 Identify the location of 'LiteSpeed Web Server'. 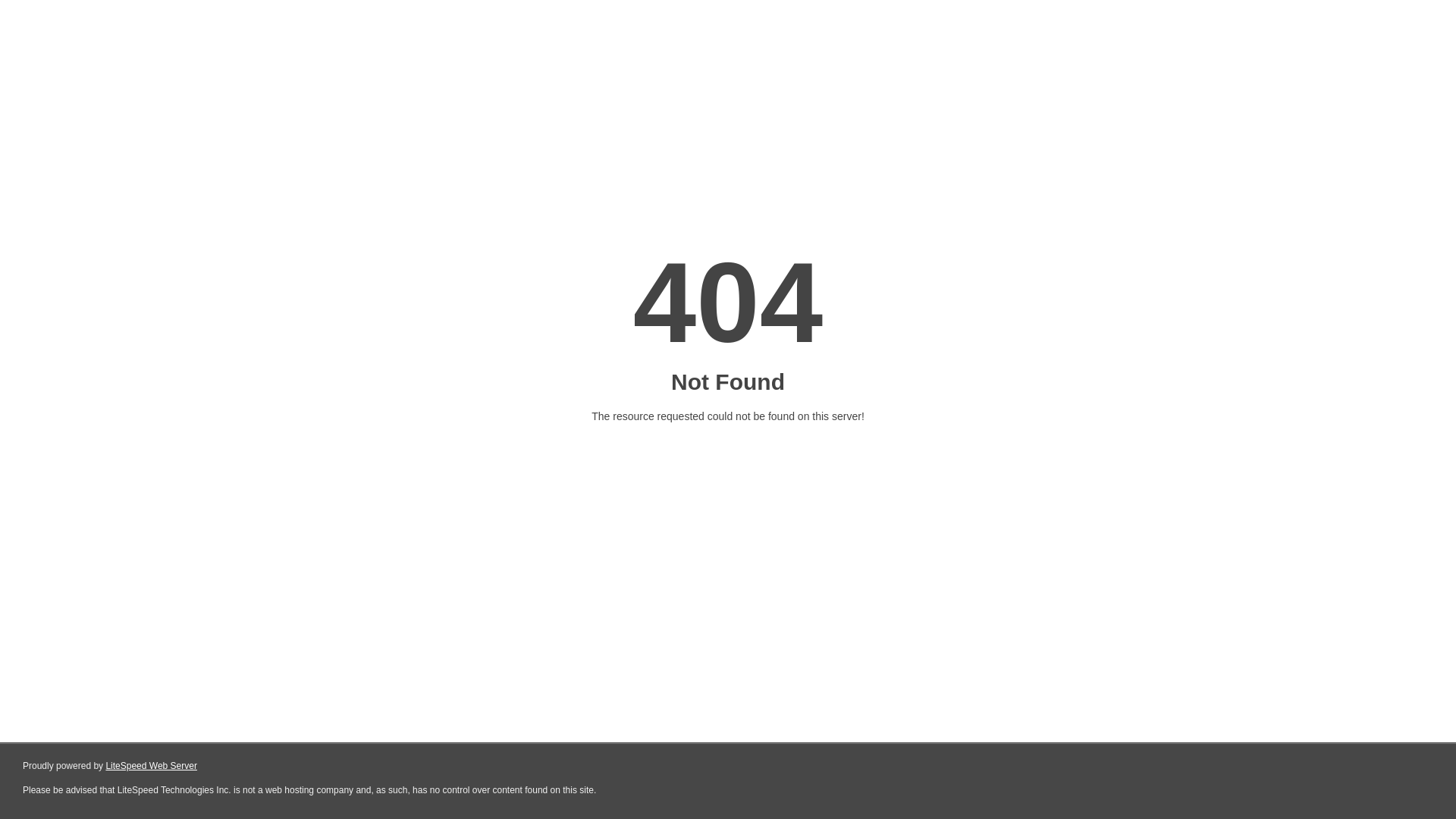
(151, 766).